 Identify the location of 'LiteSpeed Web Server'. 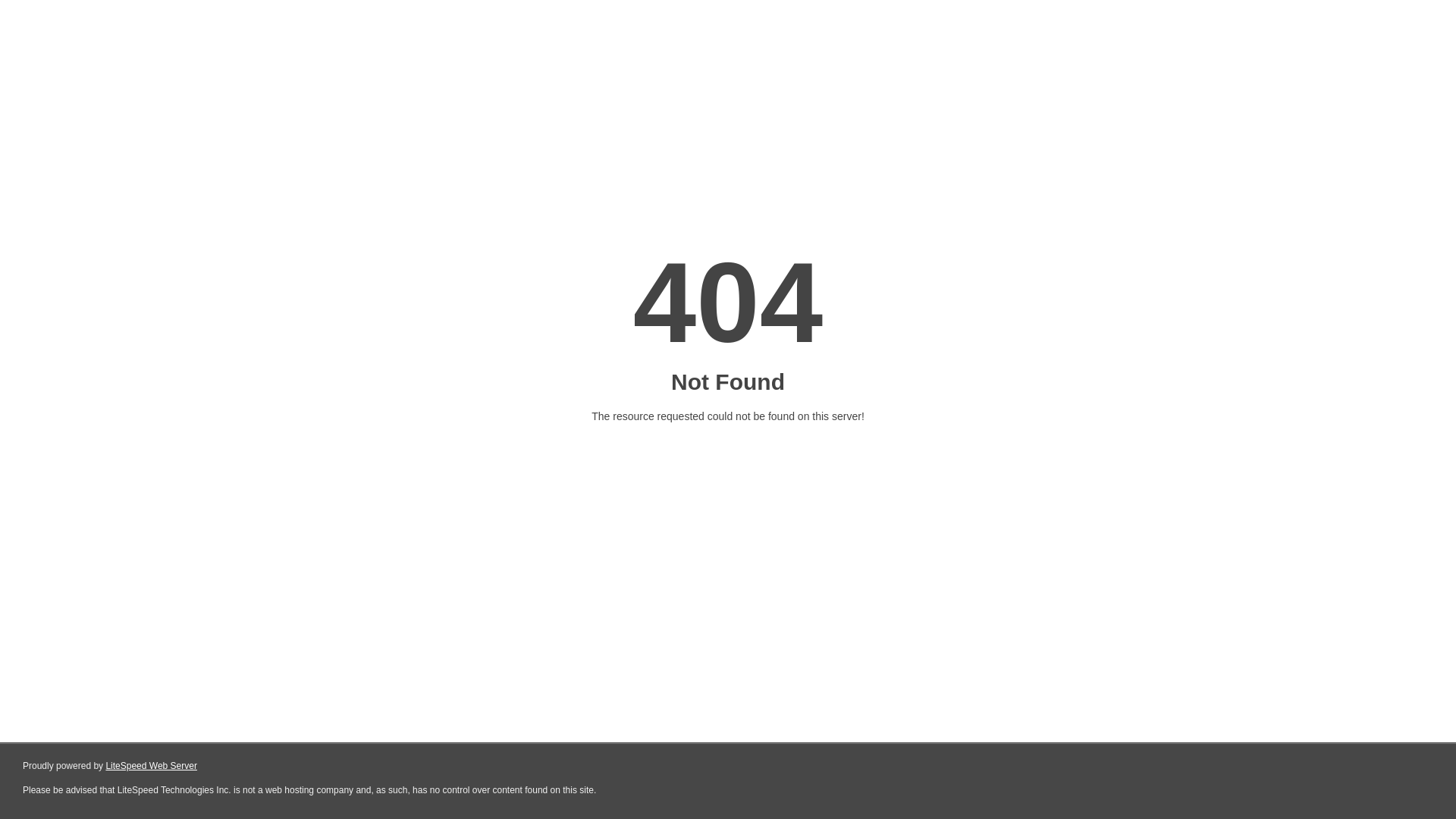
(151, 766).